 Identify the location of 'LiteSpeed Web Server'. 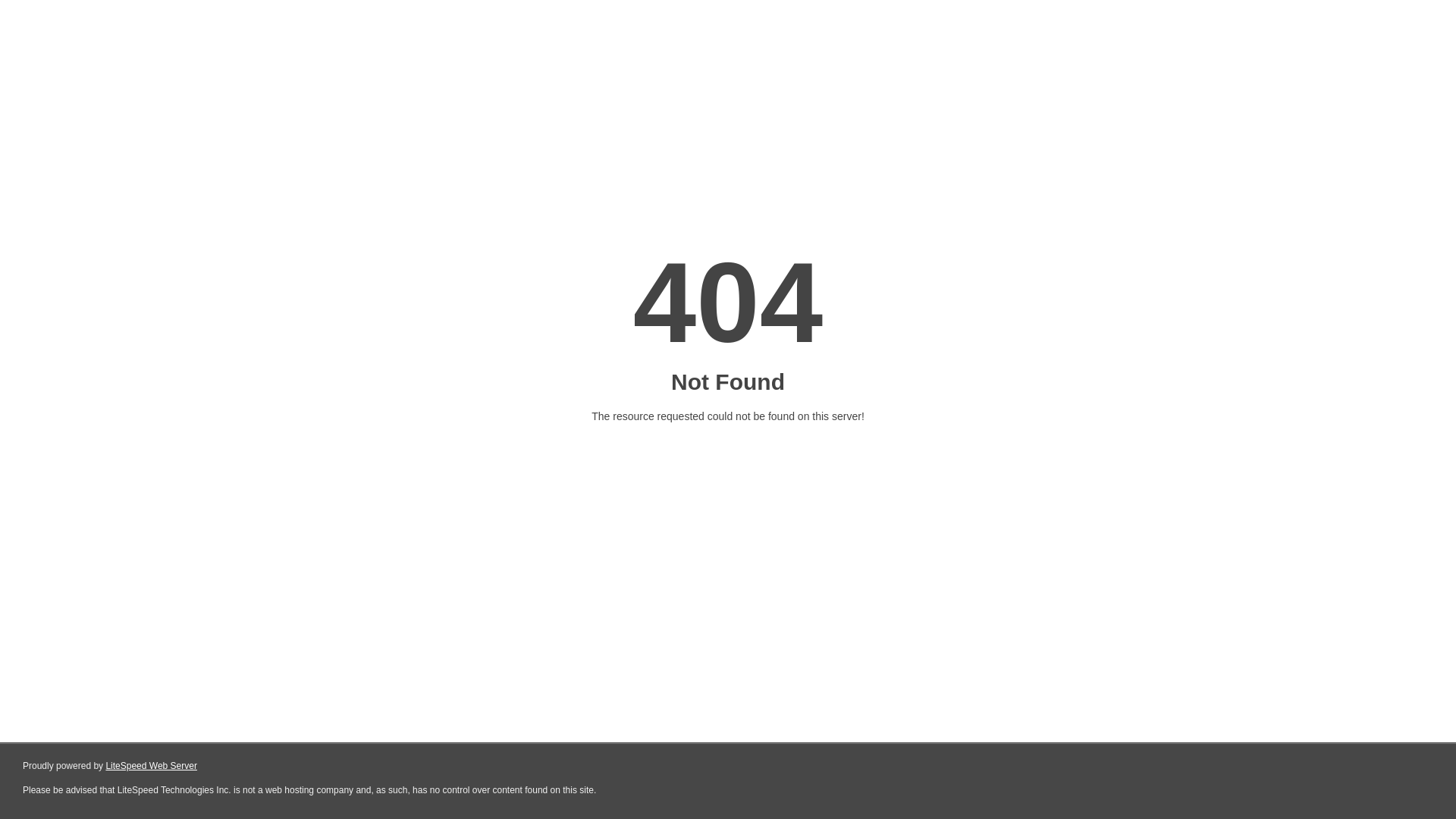
(151, 766).